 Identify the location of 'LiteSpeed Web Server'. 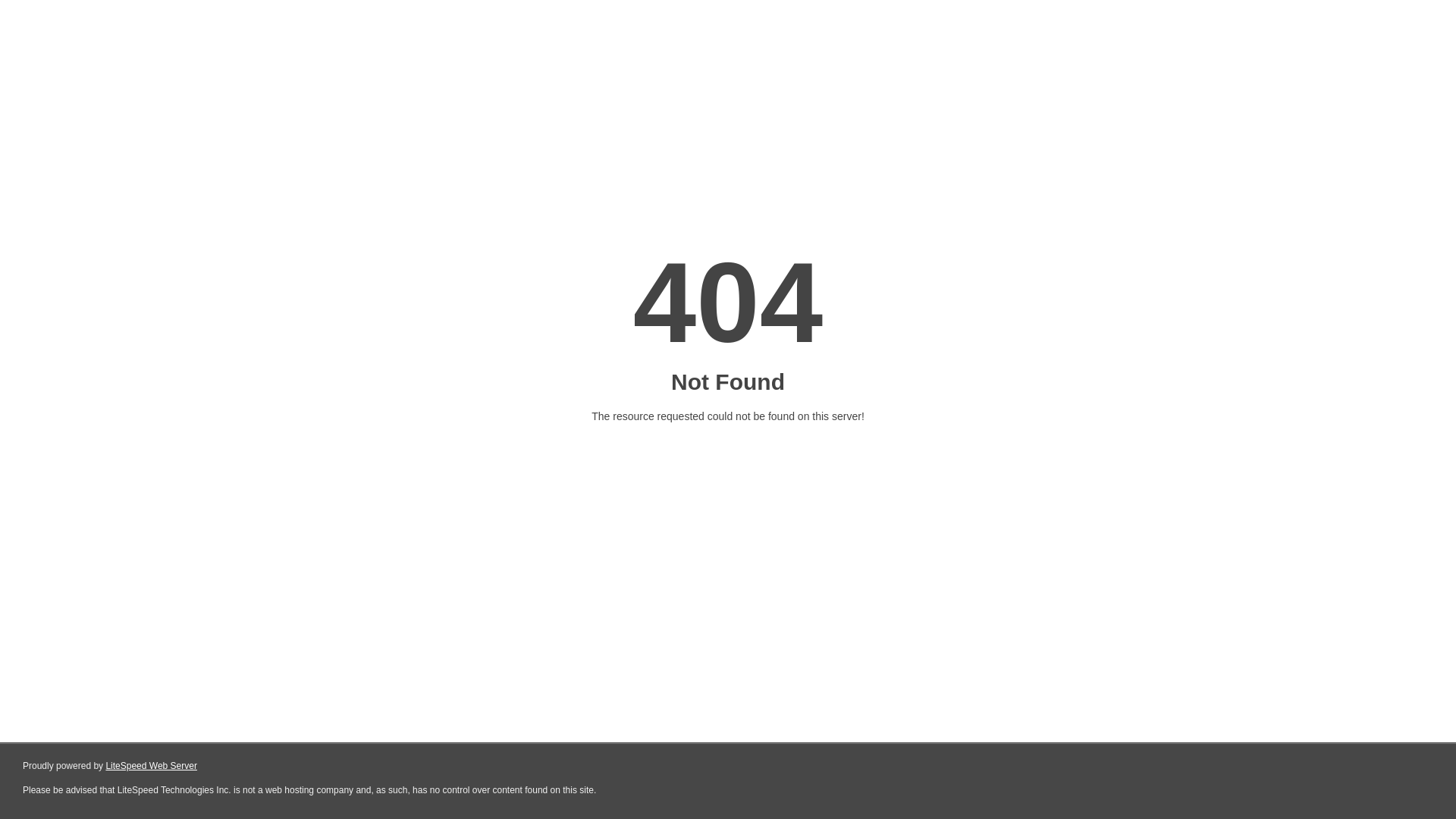
(151, 766).